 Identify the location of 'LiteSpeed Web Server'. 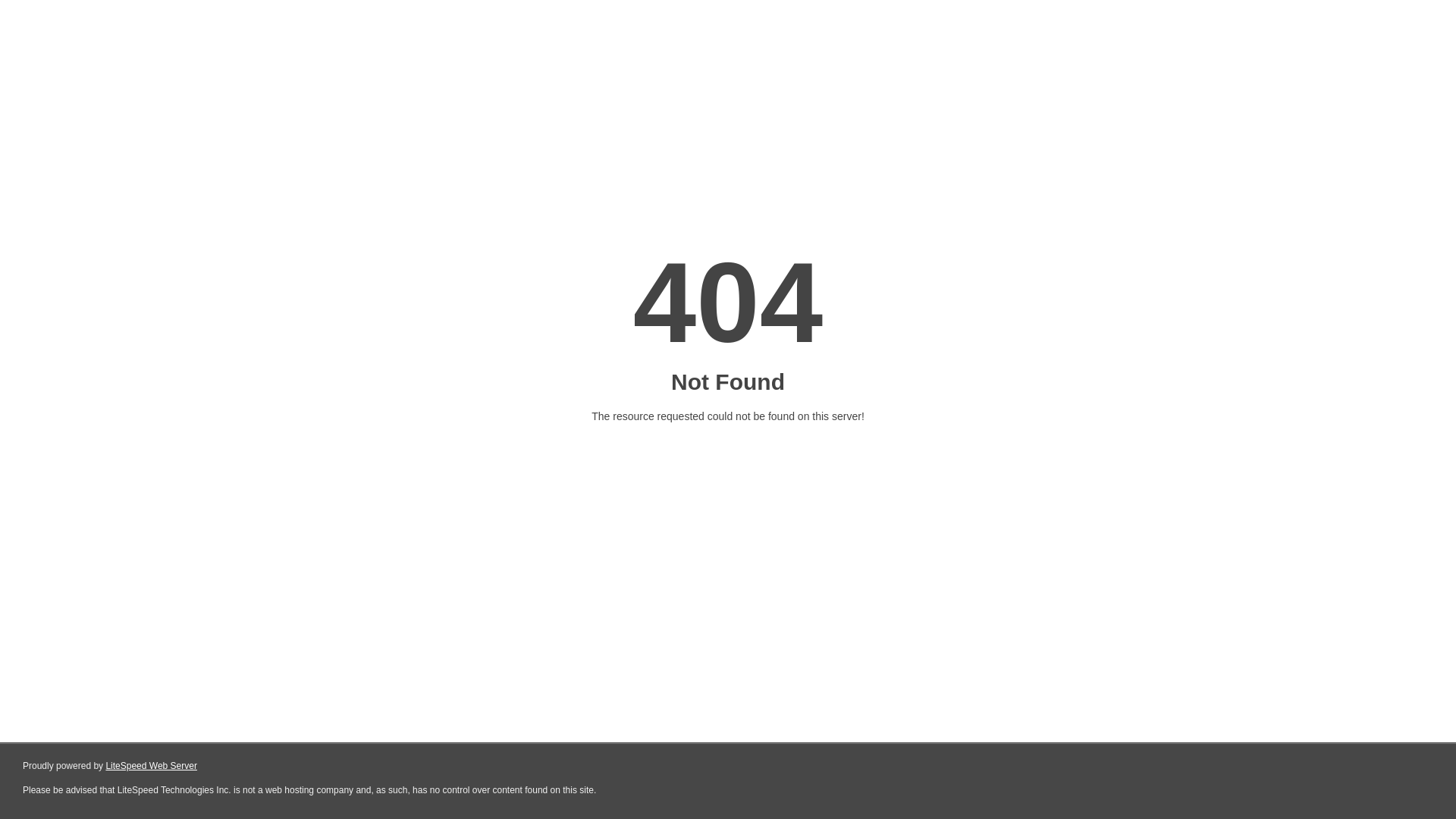
(151, 766).